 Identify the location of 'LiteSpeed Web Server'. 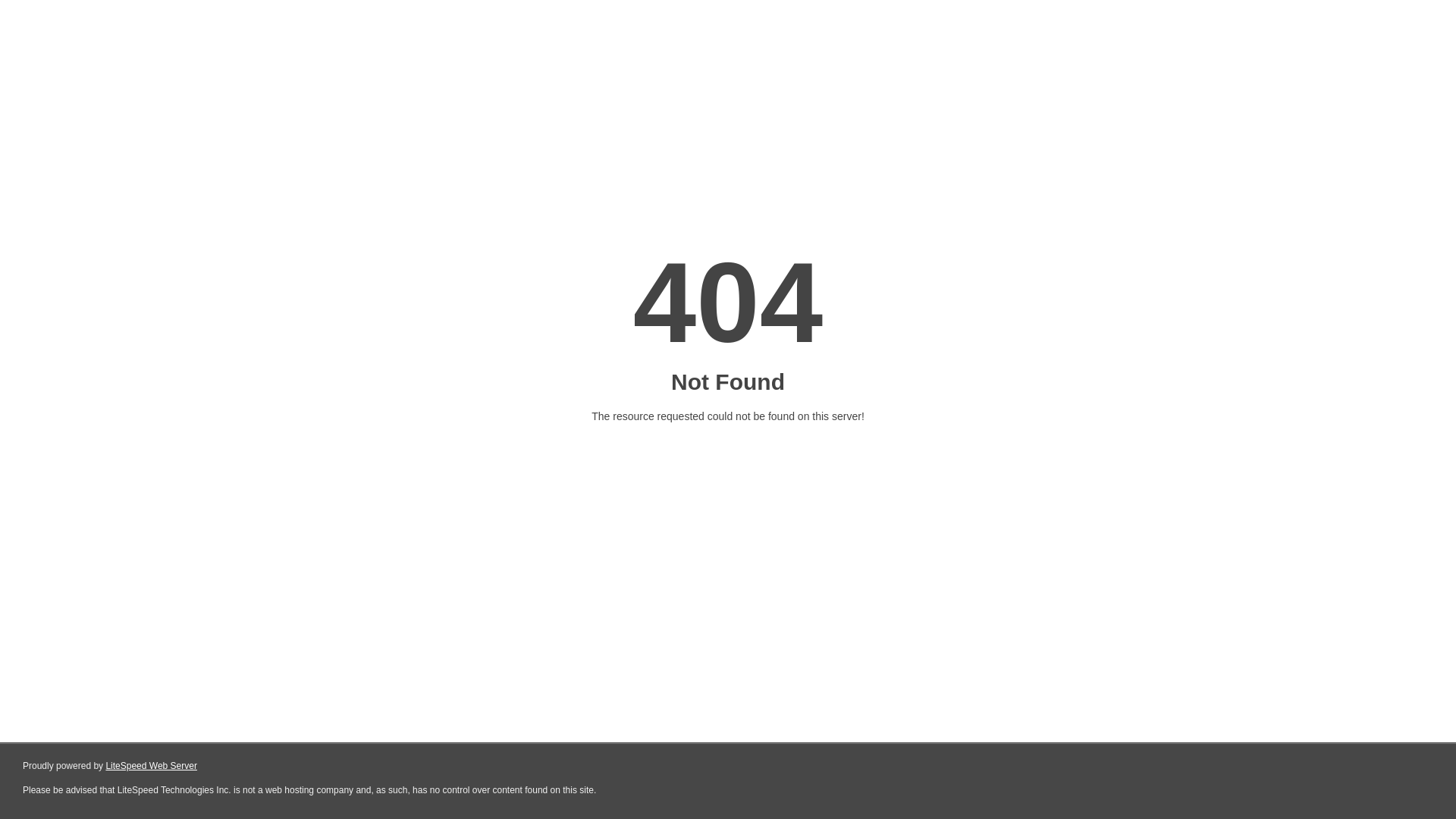
(151, 766).